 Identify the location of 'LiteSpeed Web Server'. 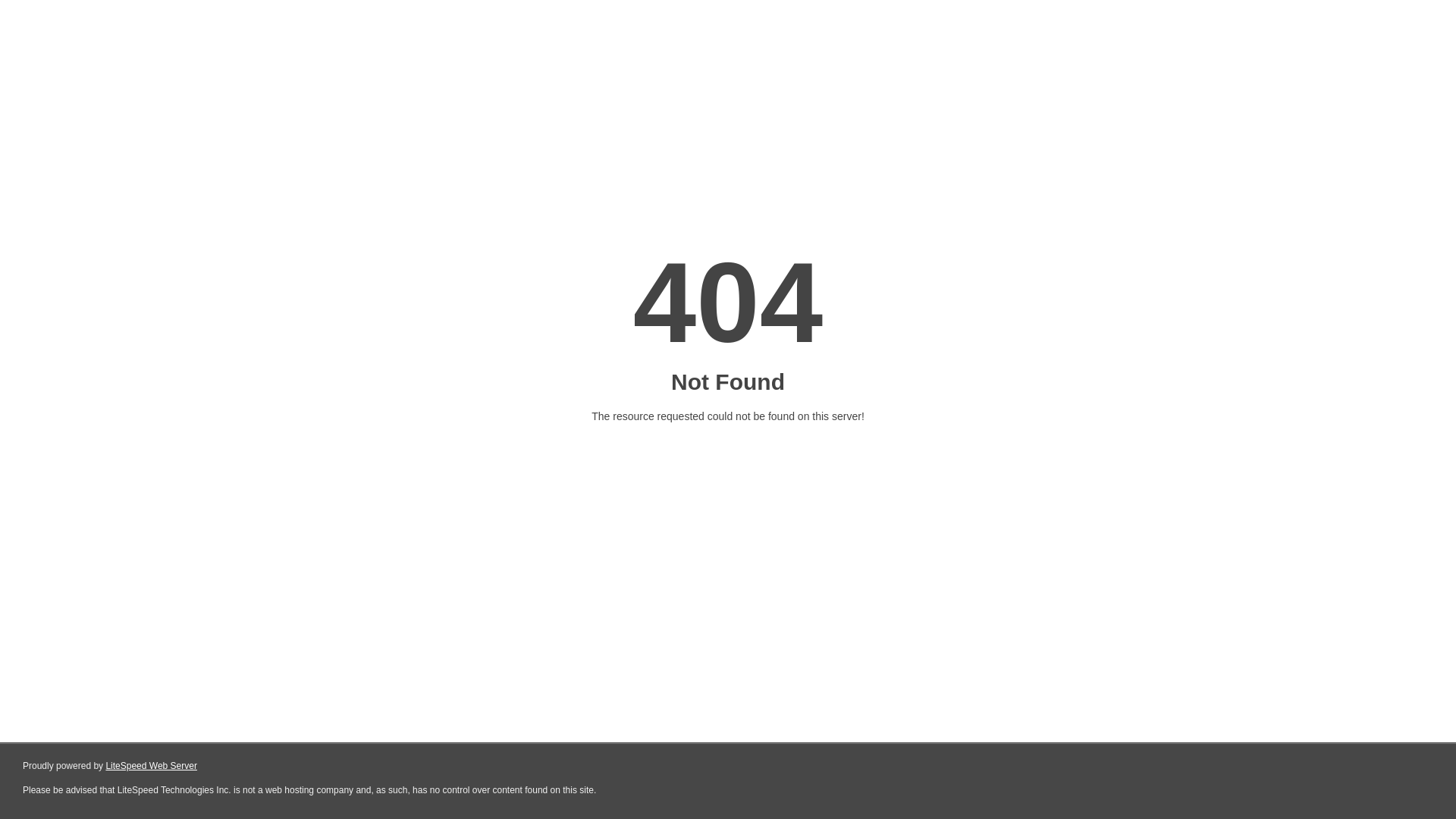
(151, 766).